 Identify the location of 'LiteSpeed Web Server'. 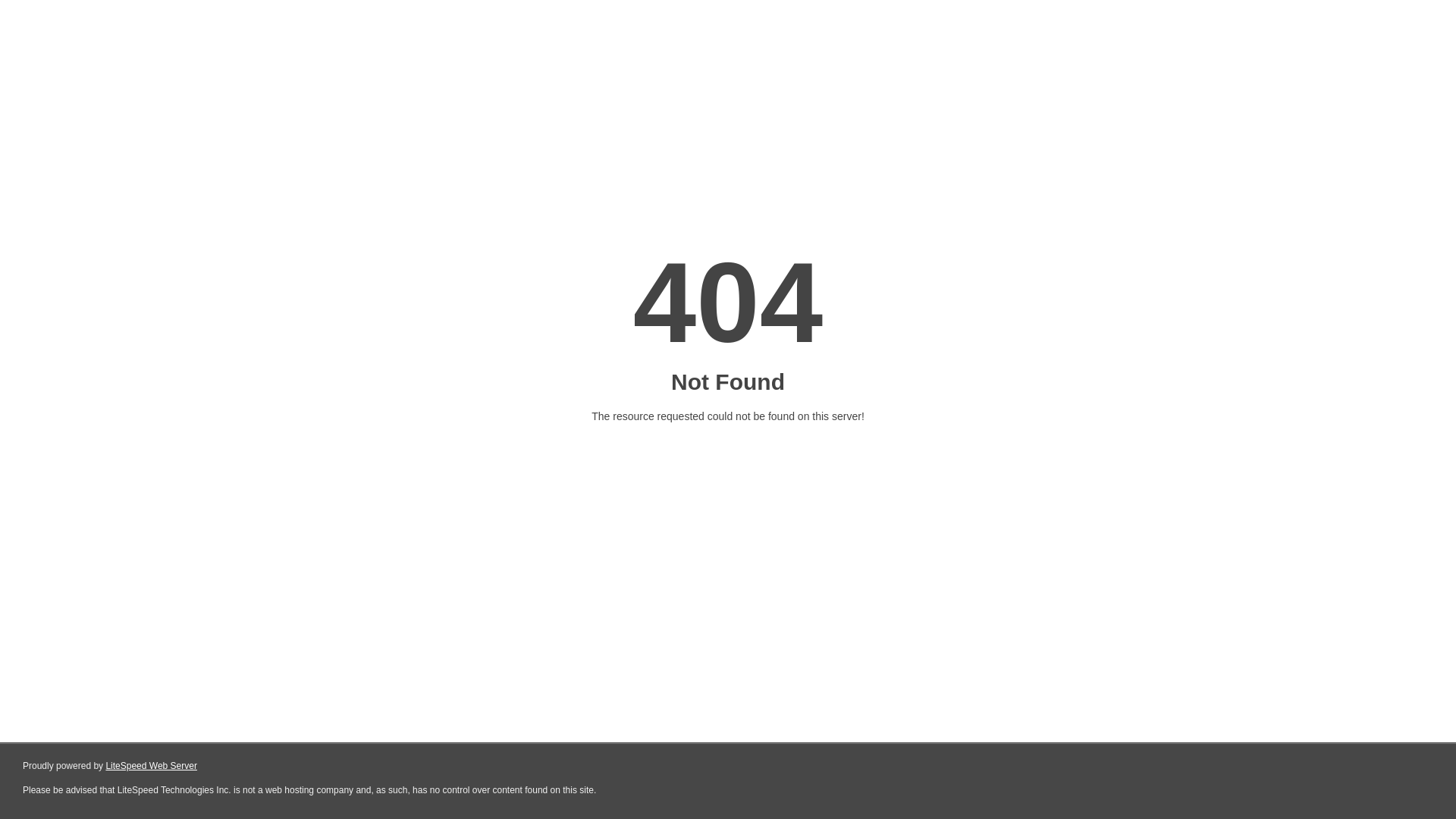
(151, 766).